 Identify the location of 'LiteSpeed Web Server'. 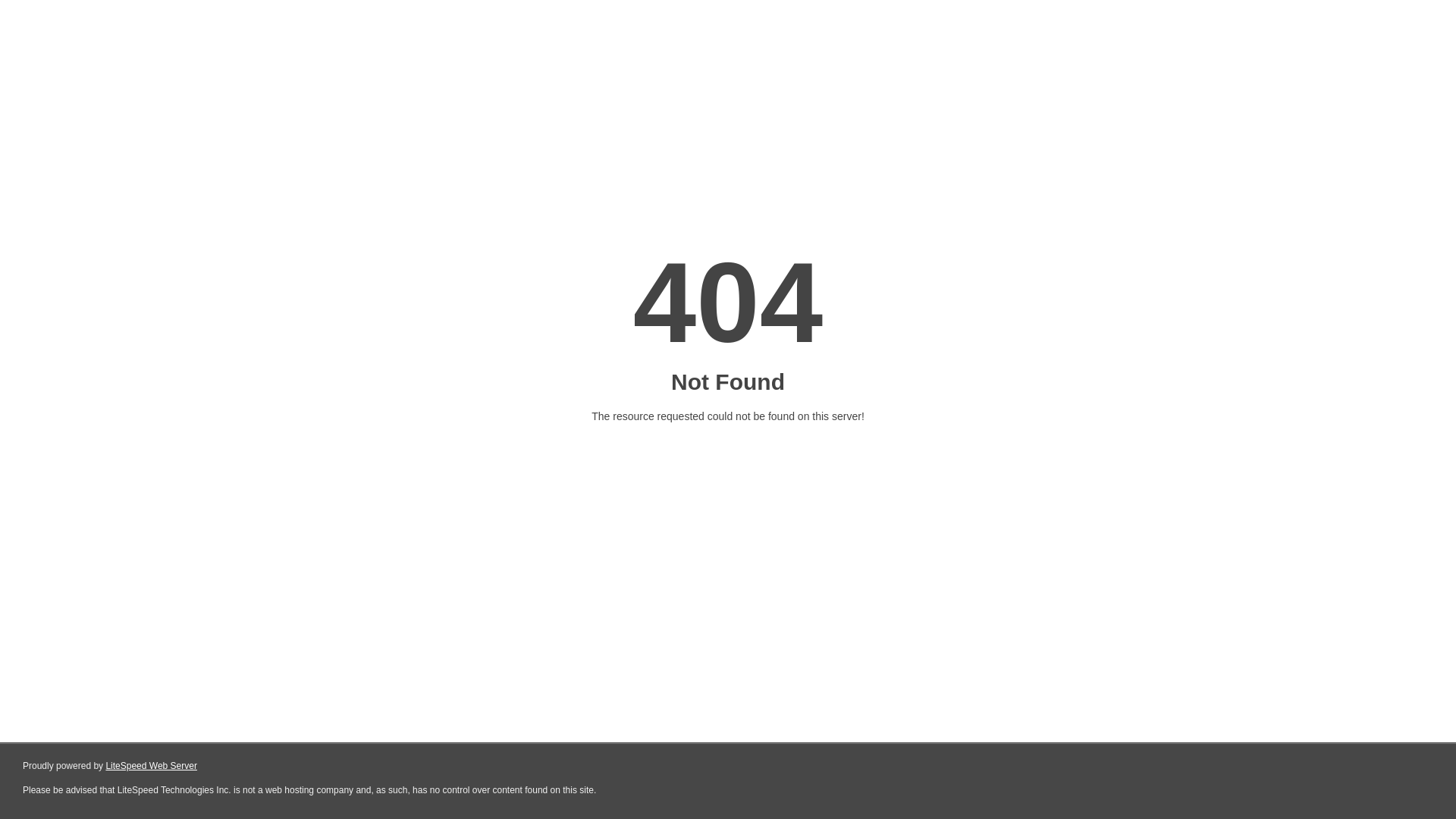
(151, 766).